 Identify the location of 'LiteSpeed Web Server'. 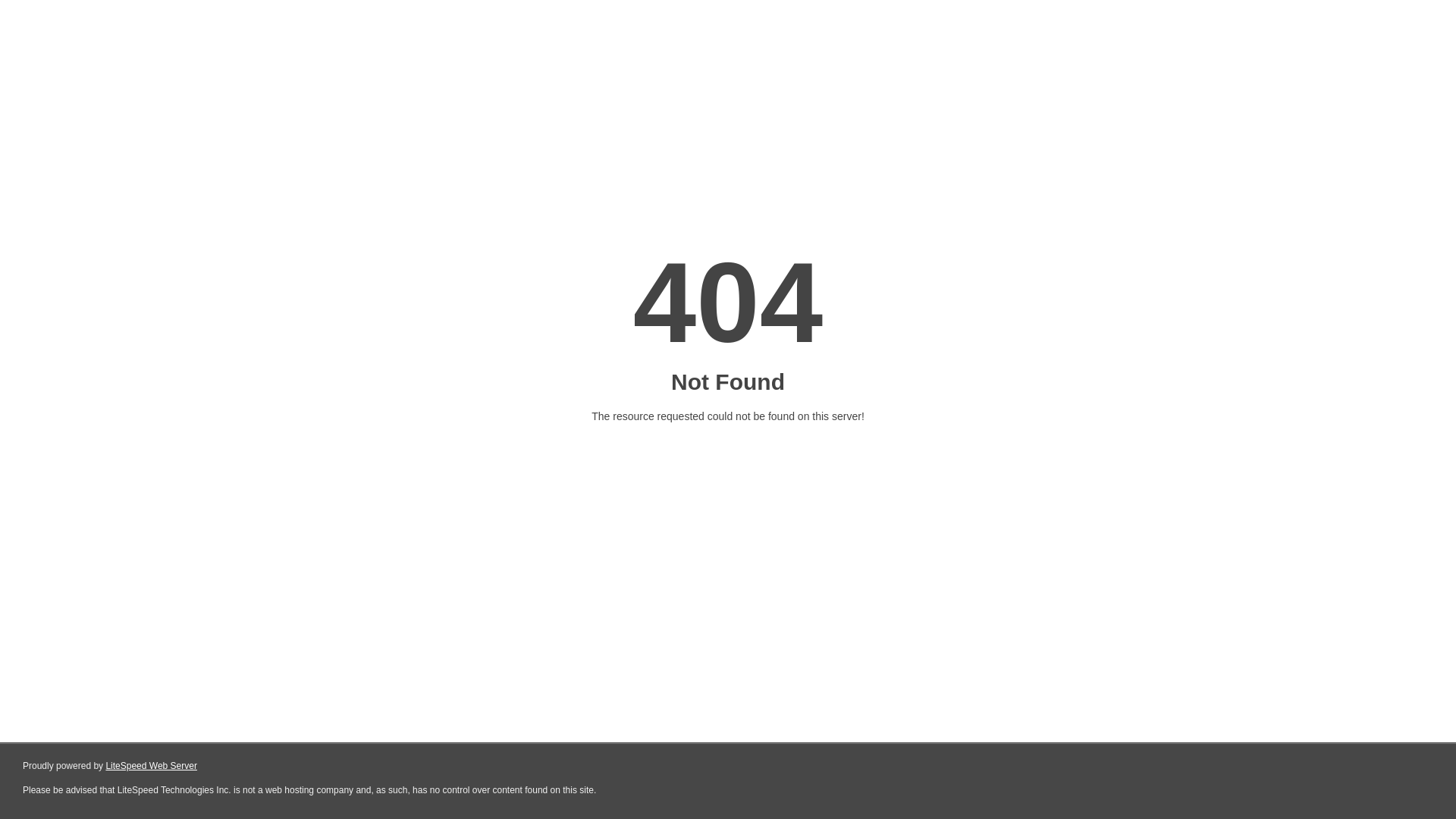
(151, 766).